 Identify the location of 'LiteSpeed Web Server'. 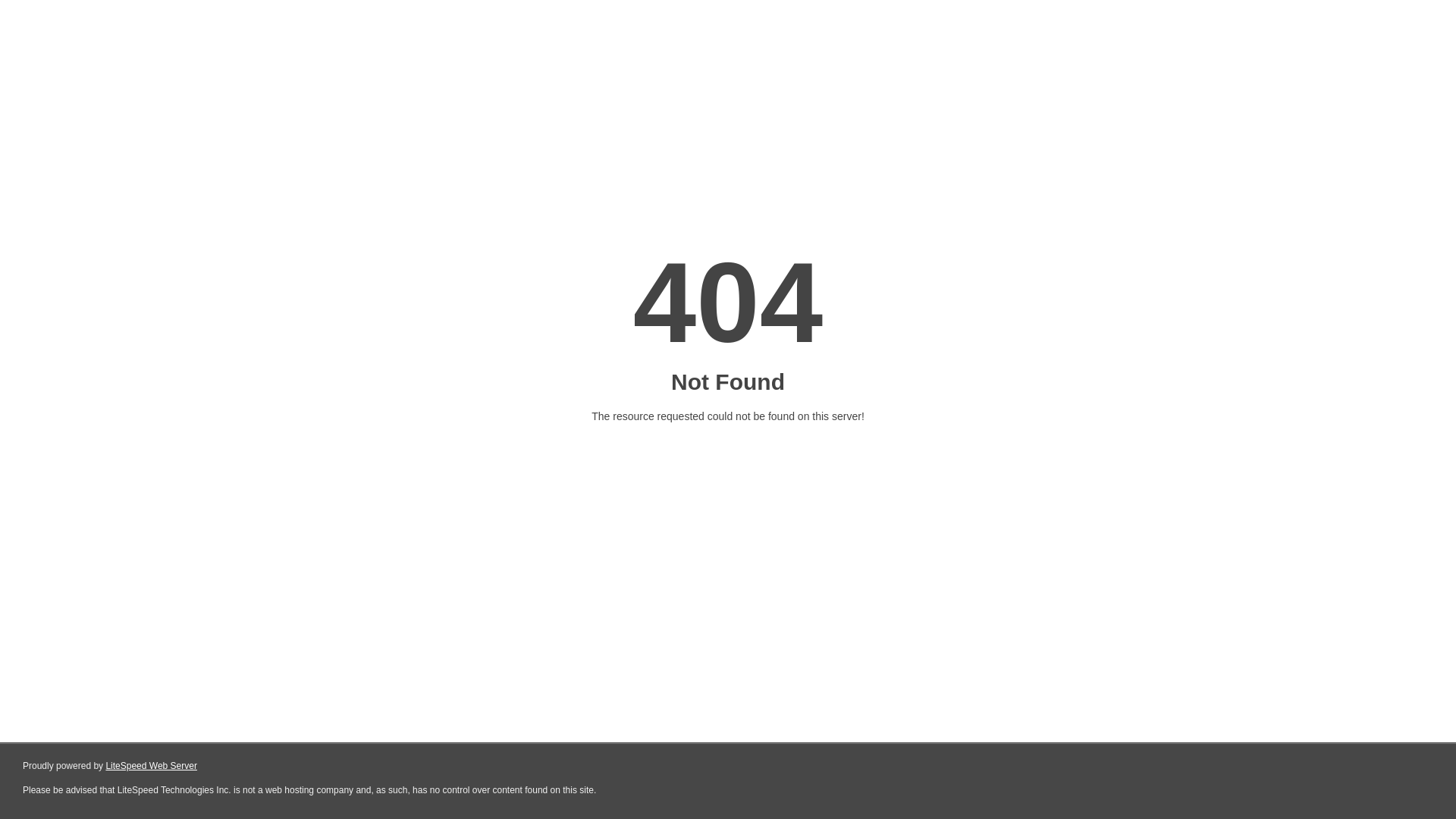
(151, 766).